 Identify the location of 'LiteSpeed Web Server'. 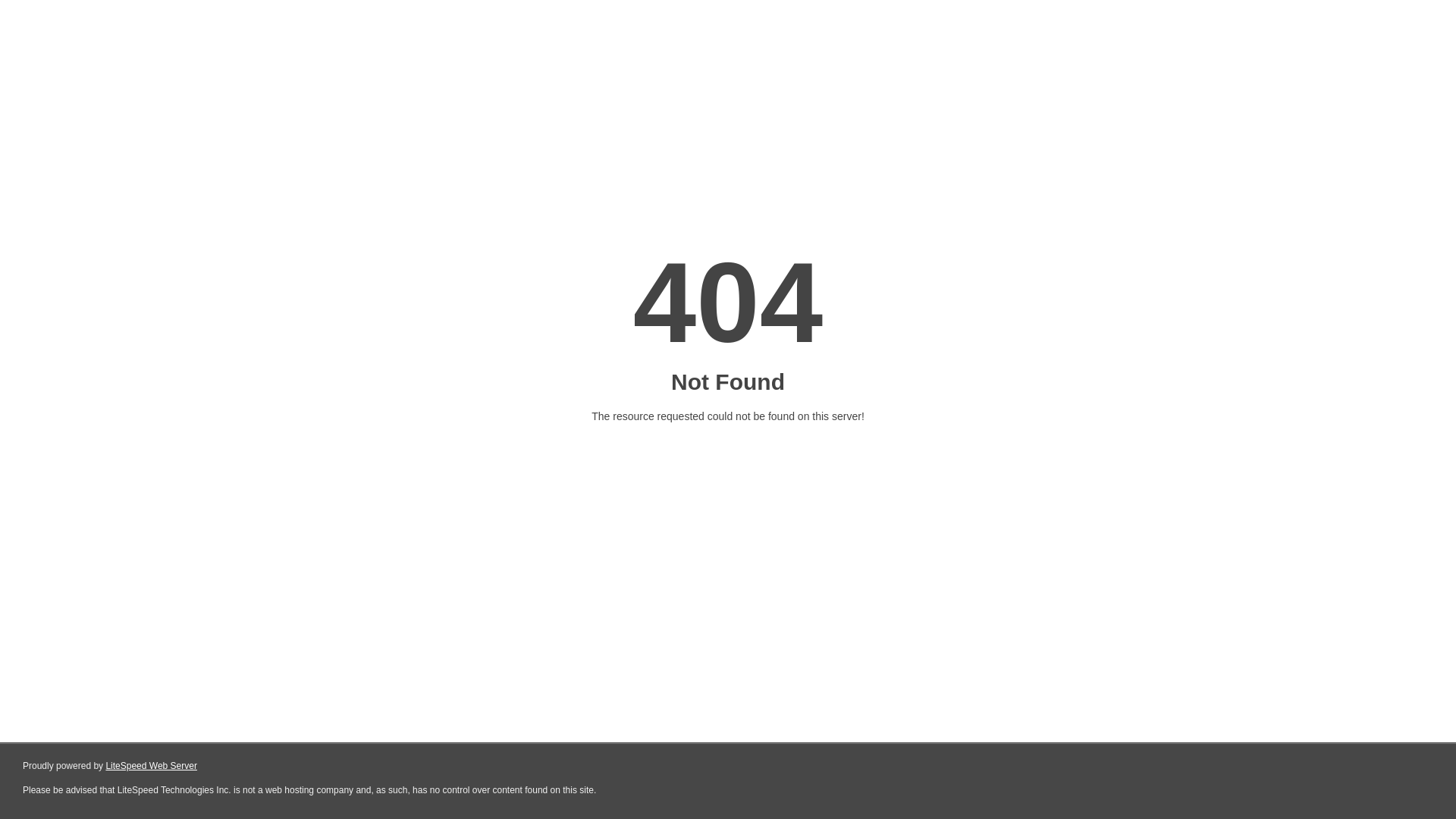
(151, 766).